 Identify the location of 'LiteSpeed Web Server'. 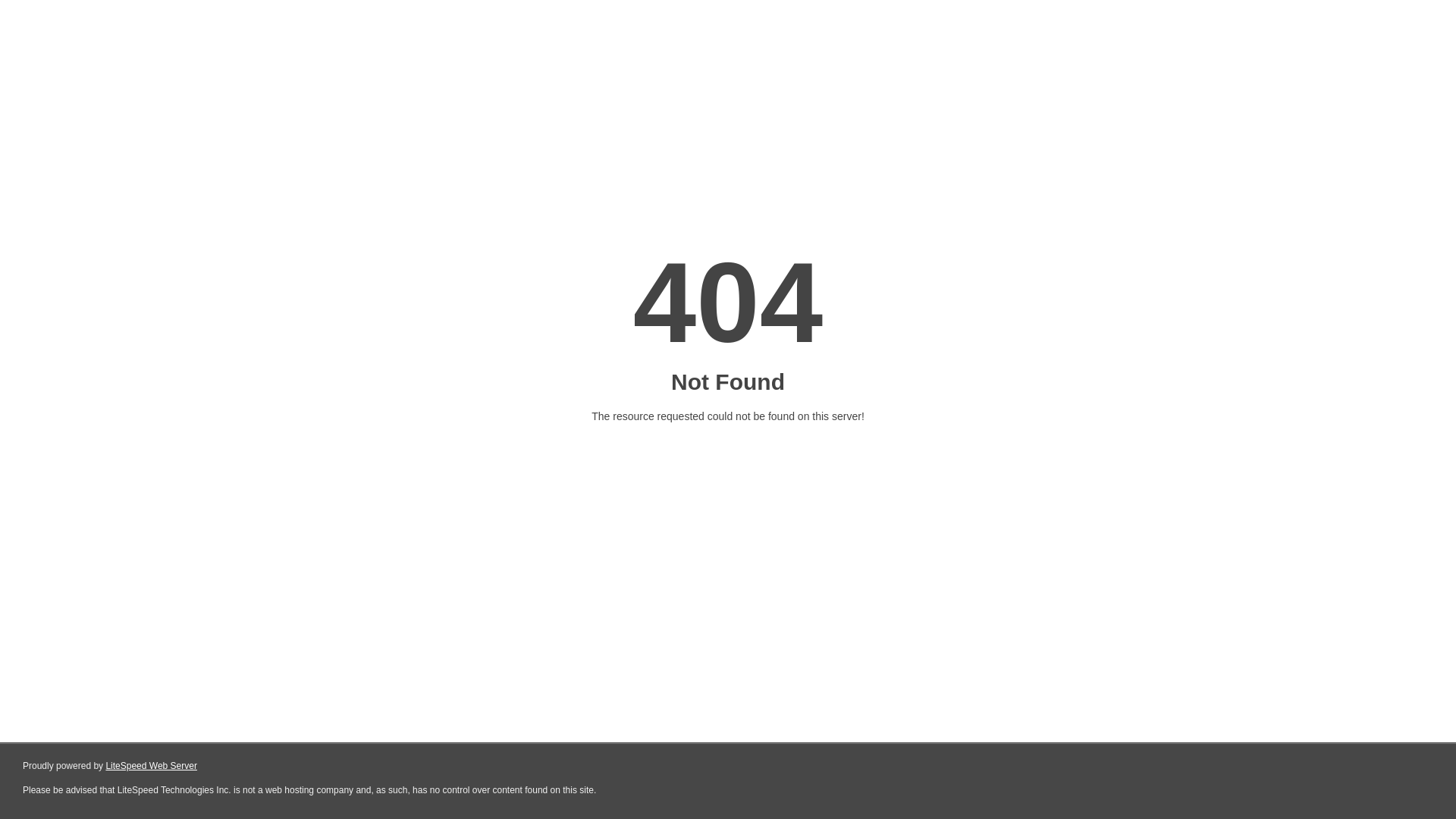
(151, 766).